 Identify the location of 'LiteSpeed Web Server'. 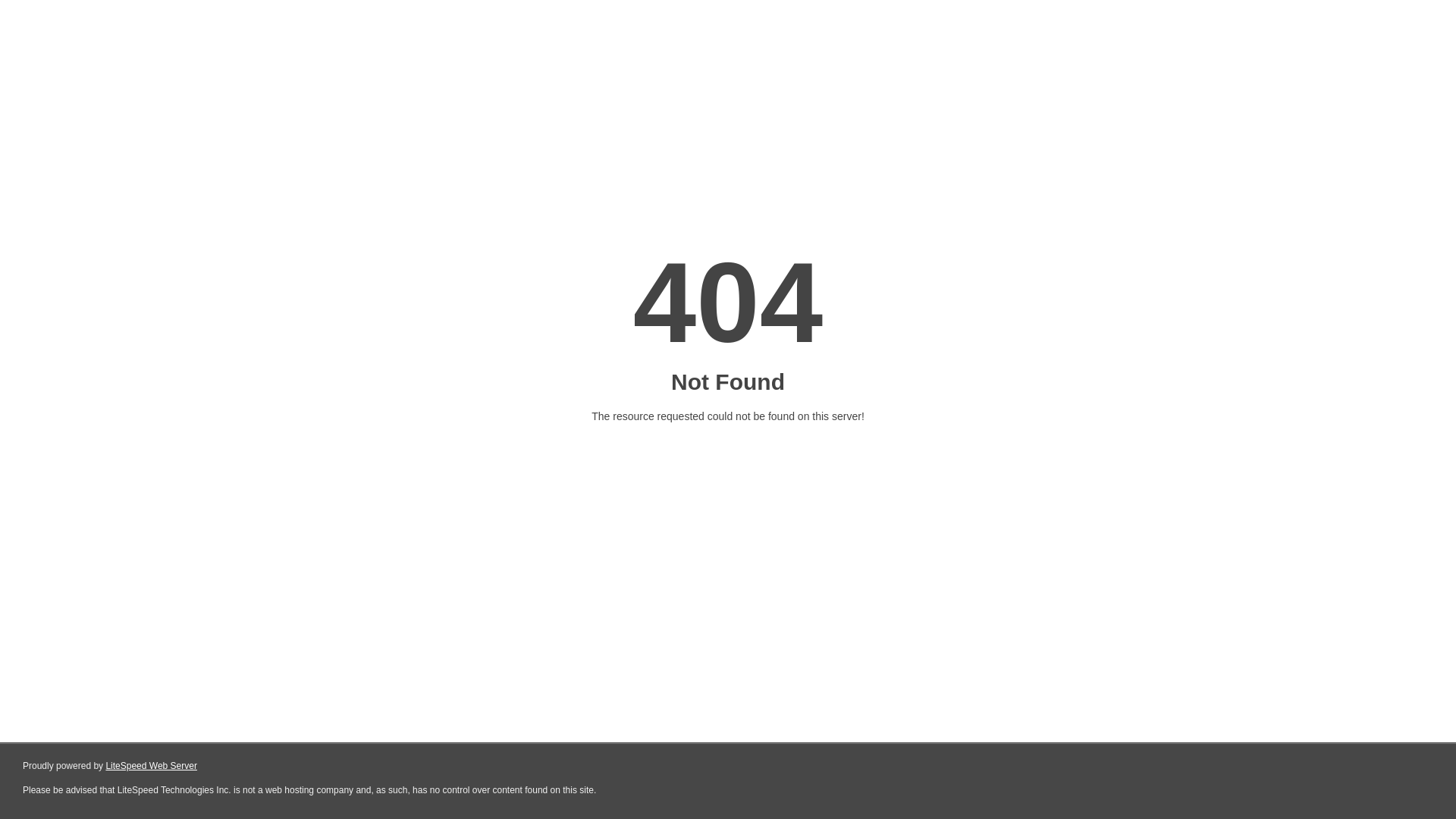
(151, 766).